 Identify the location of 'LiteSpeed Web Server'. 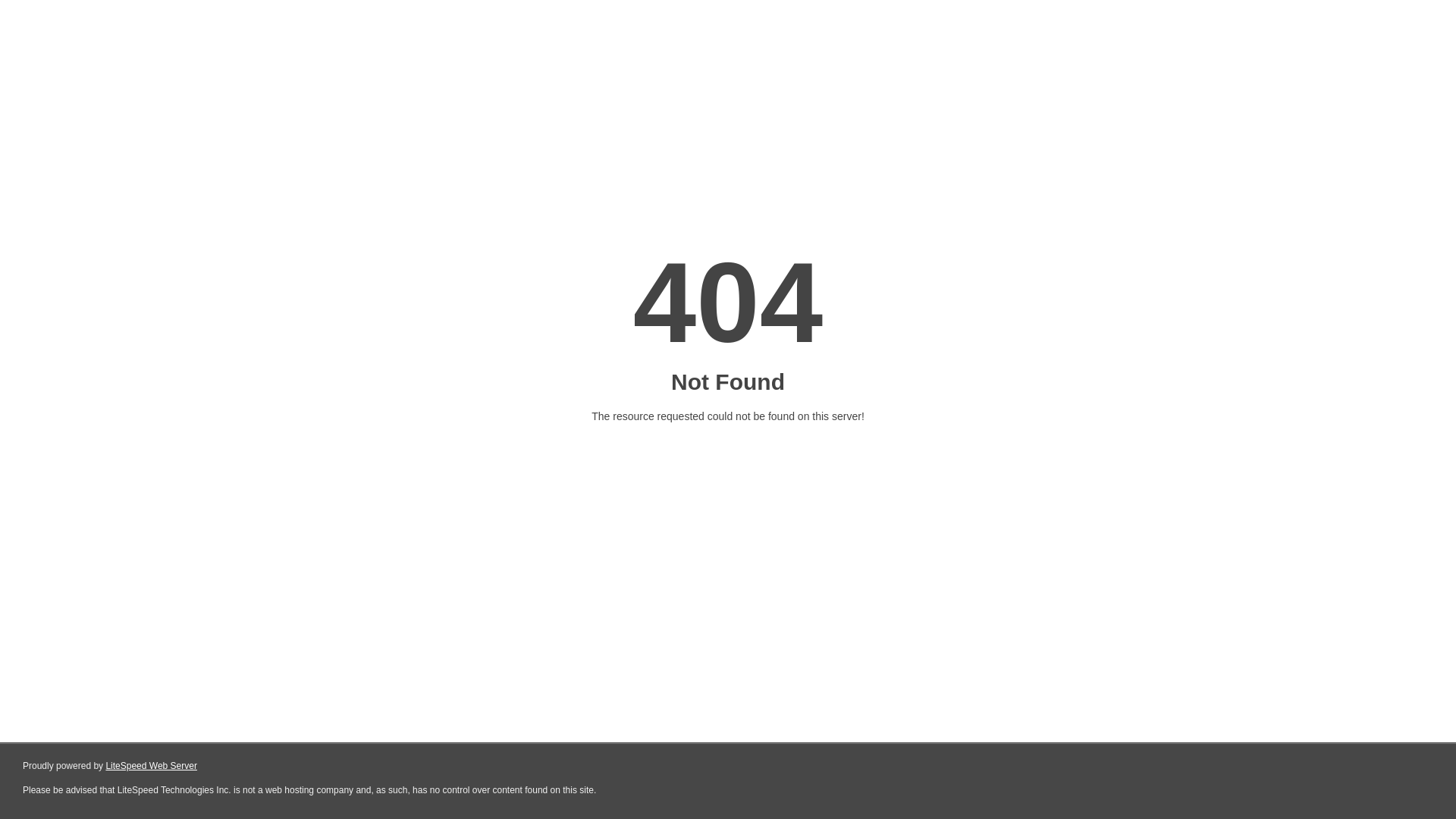
(151, 766).